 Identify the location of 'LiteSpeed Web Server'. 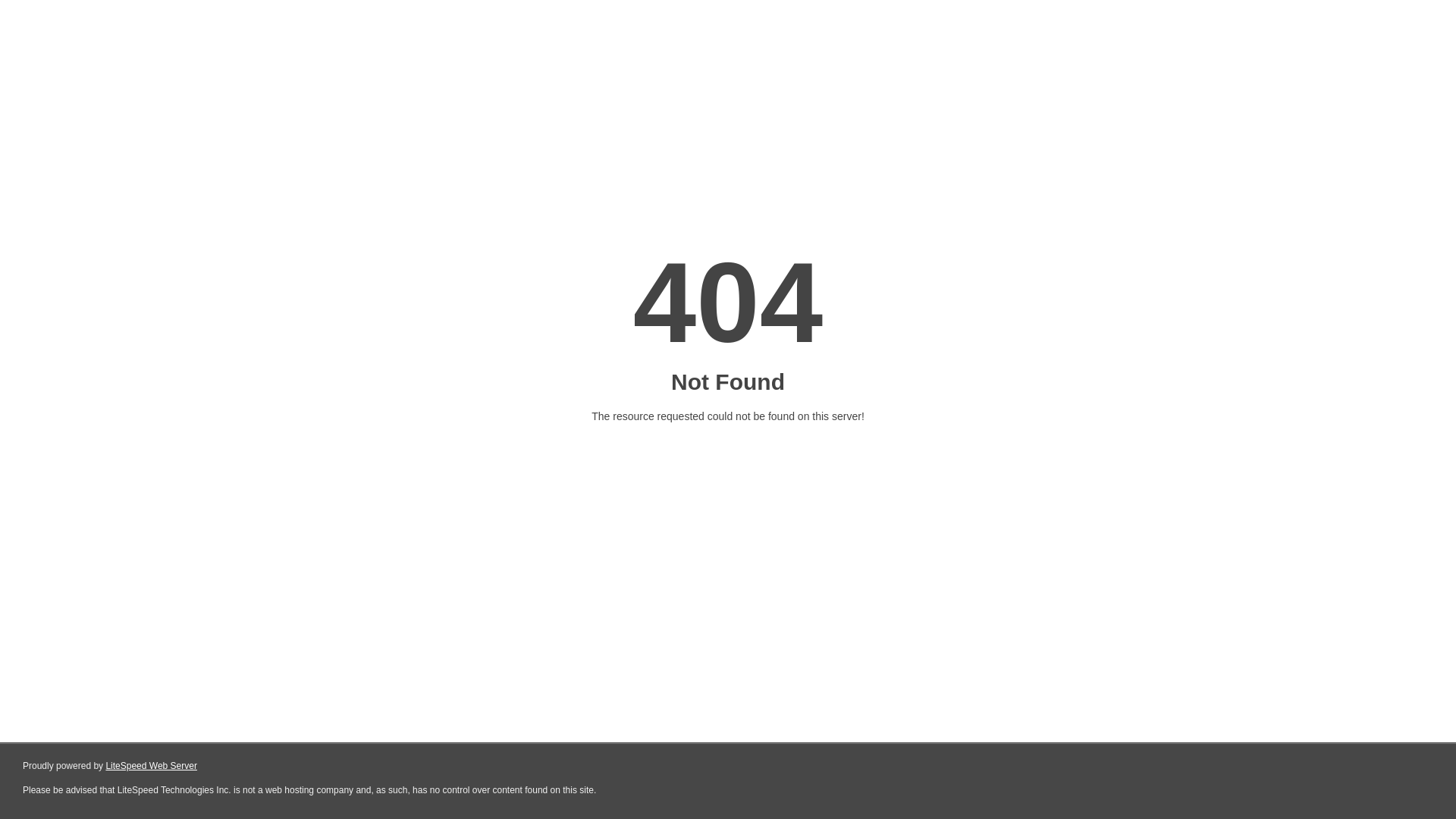
(151, 766).